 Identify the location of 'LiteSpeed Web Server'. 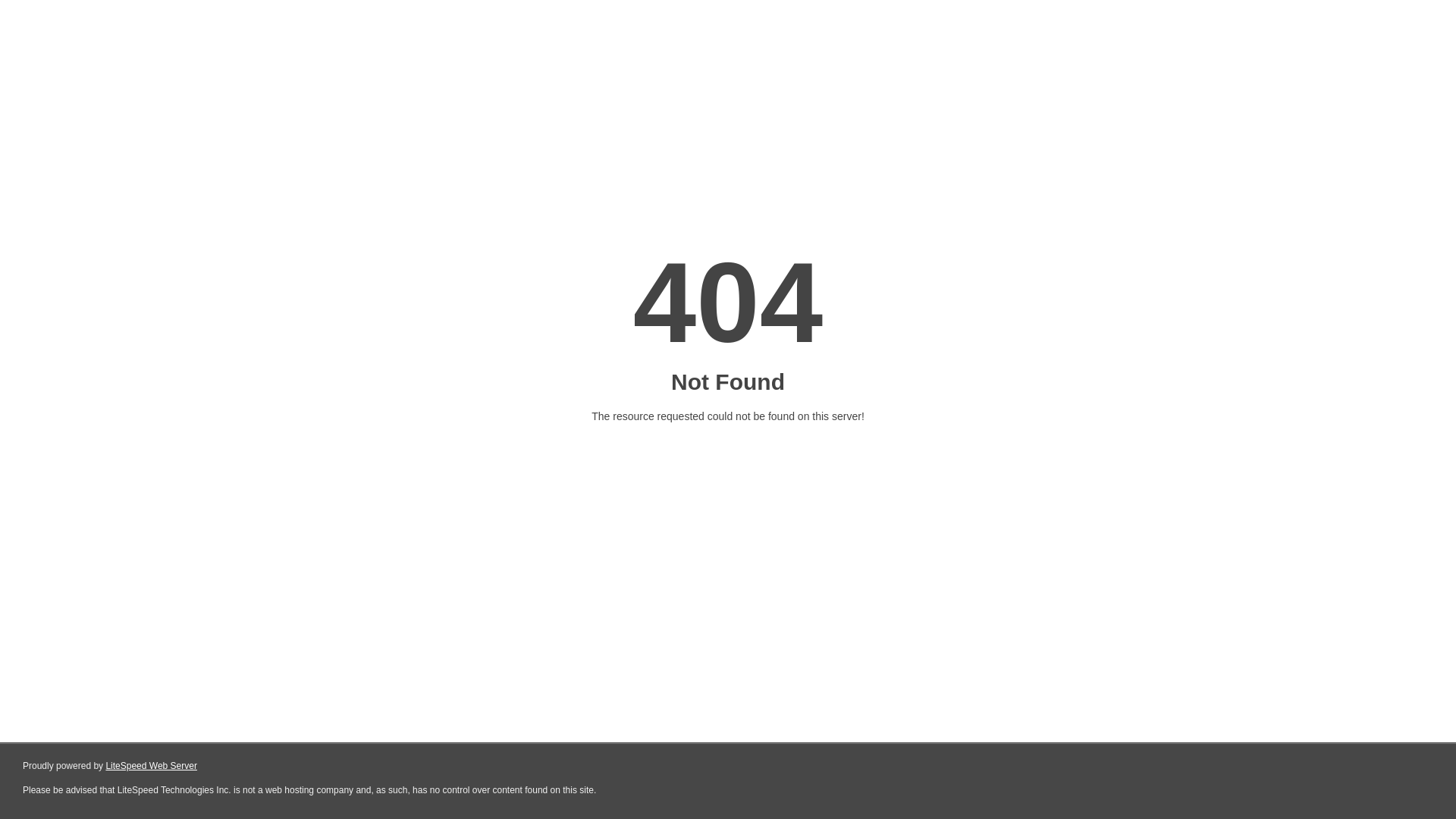
(151, 766).